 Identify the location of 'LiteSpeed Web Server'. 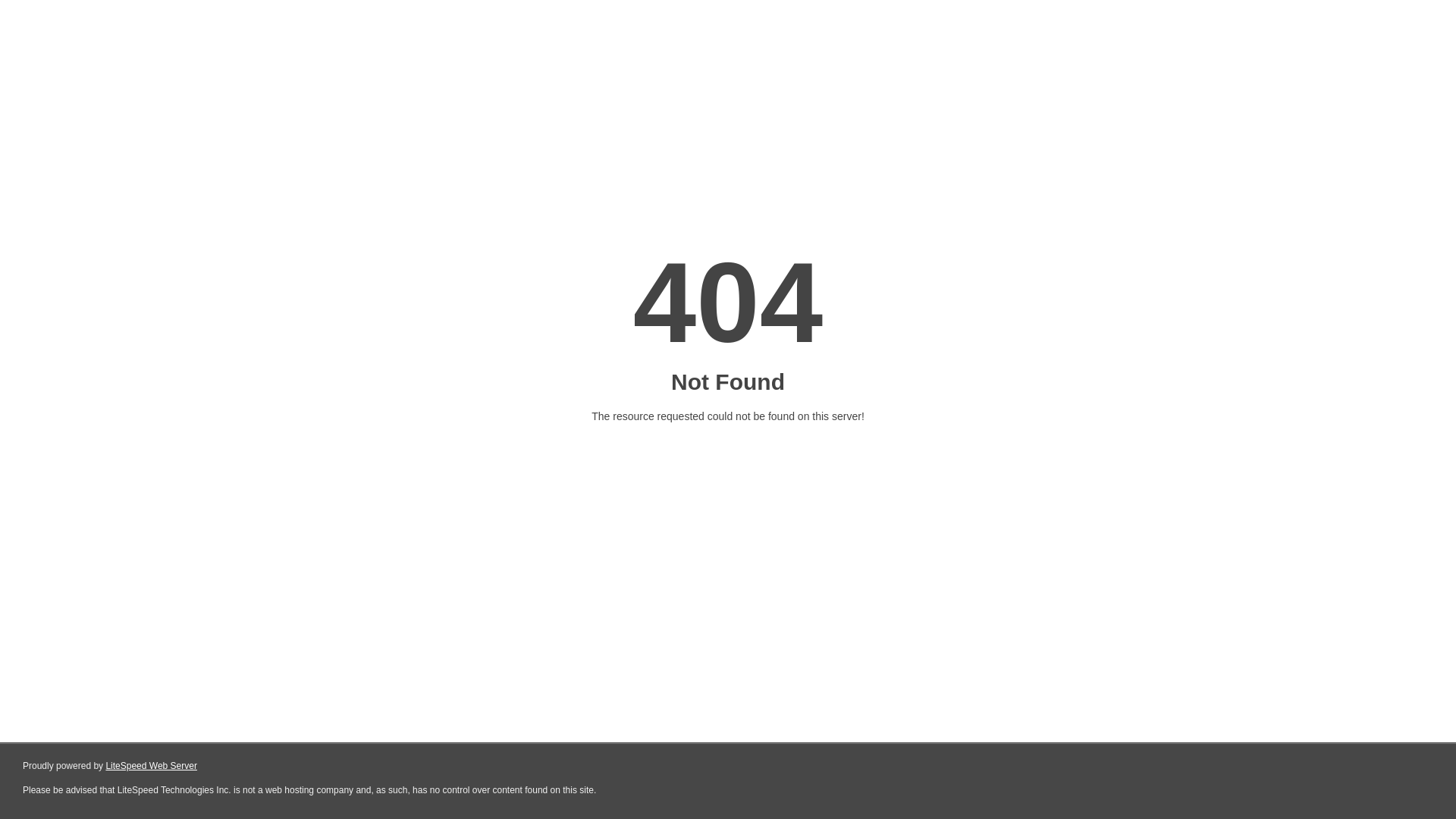
(151, 766).